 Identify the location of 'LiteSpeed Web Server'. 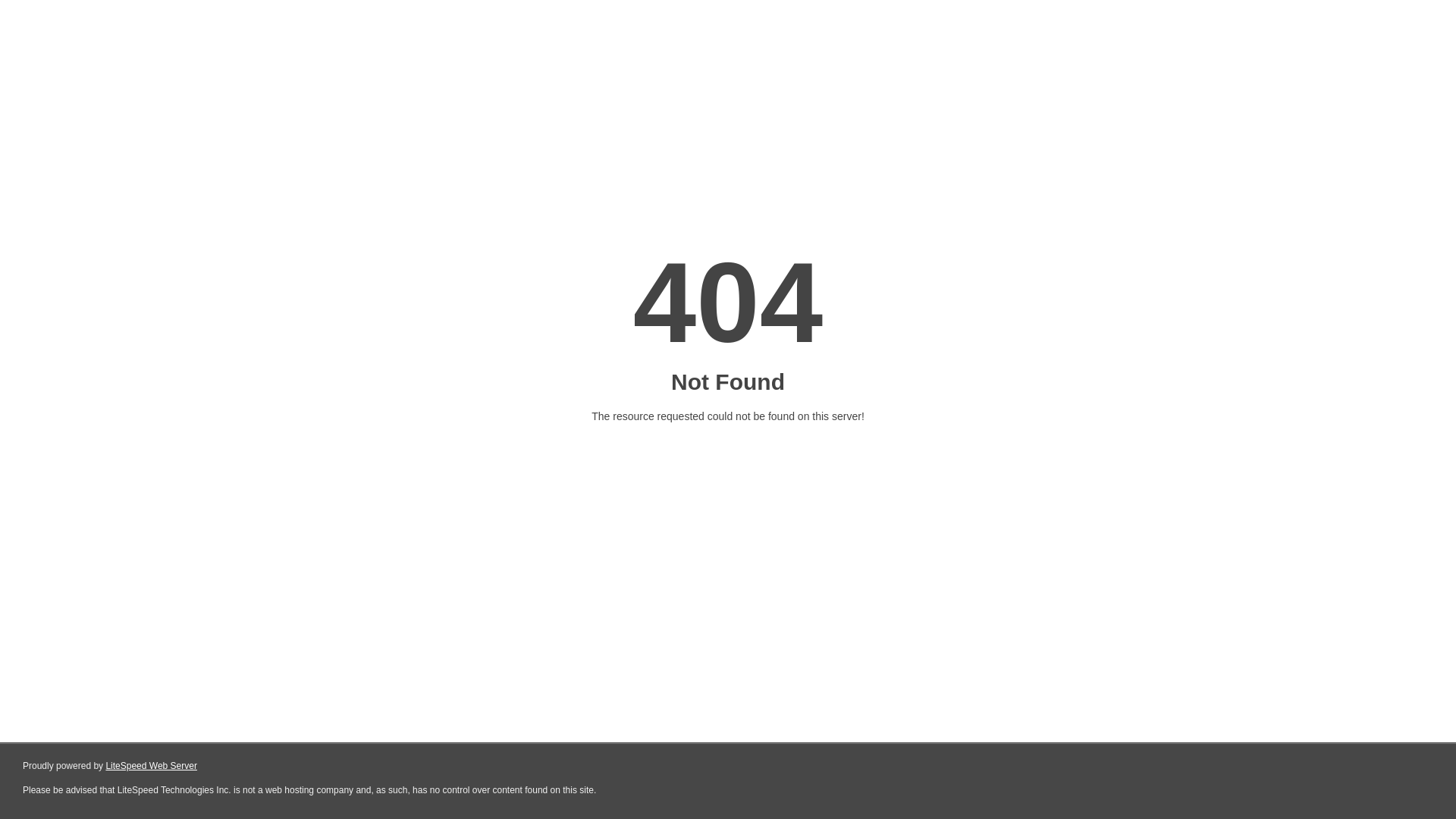
(151, 766).